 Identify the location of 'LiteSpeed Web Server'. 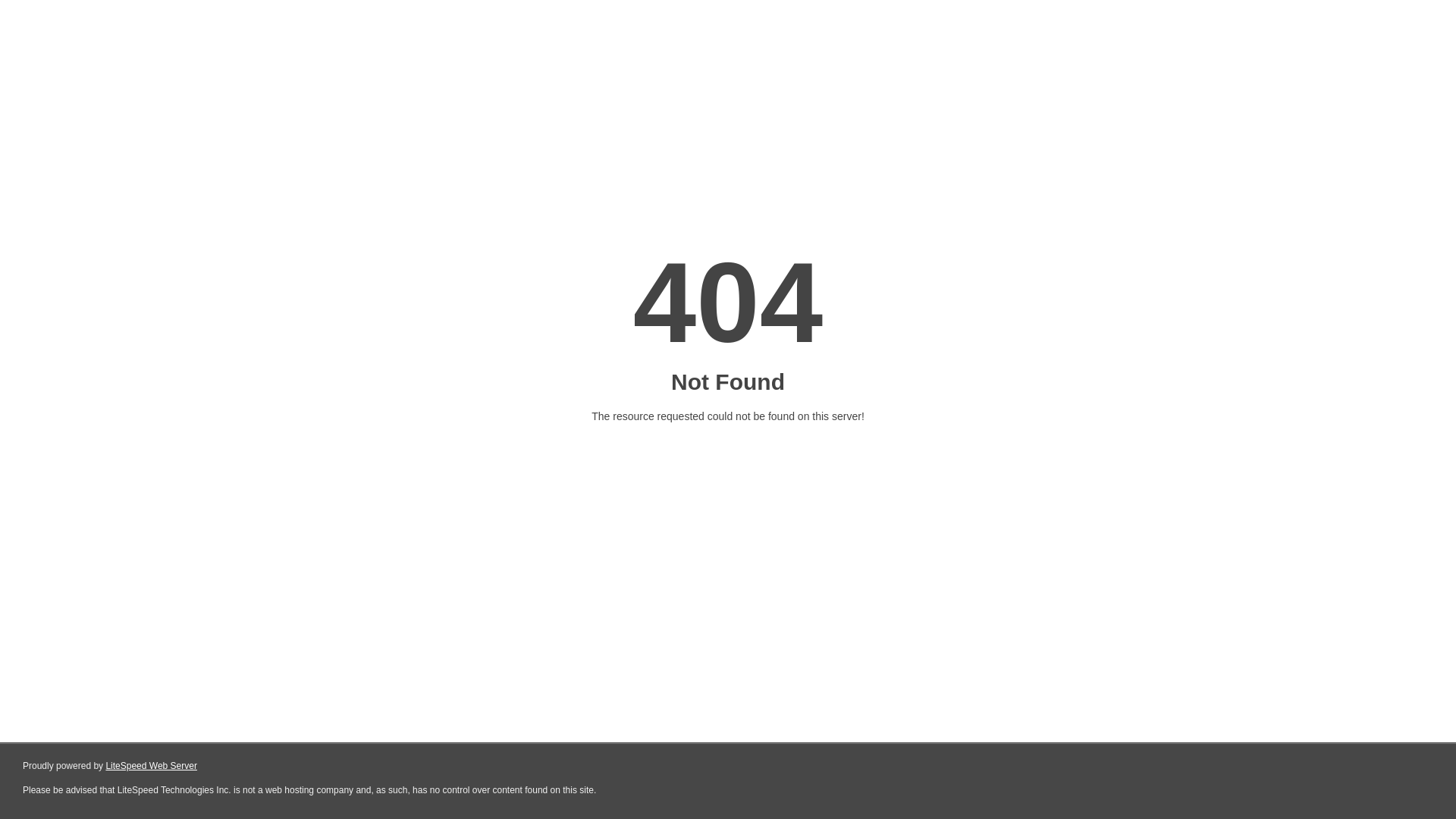
(151, 766).